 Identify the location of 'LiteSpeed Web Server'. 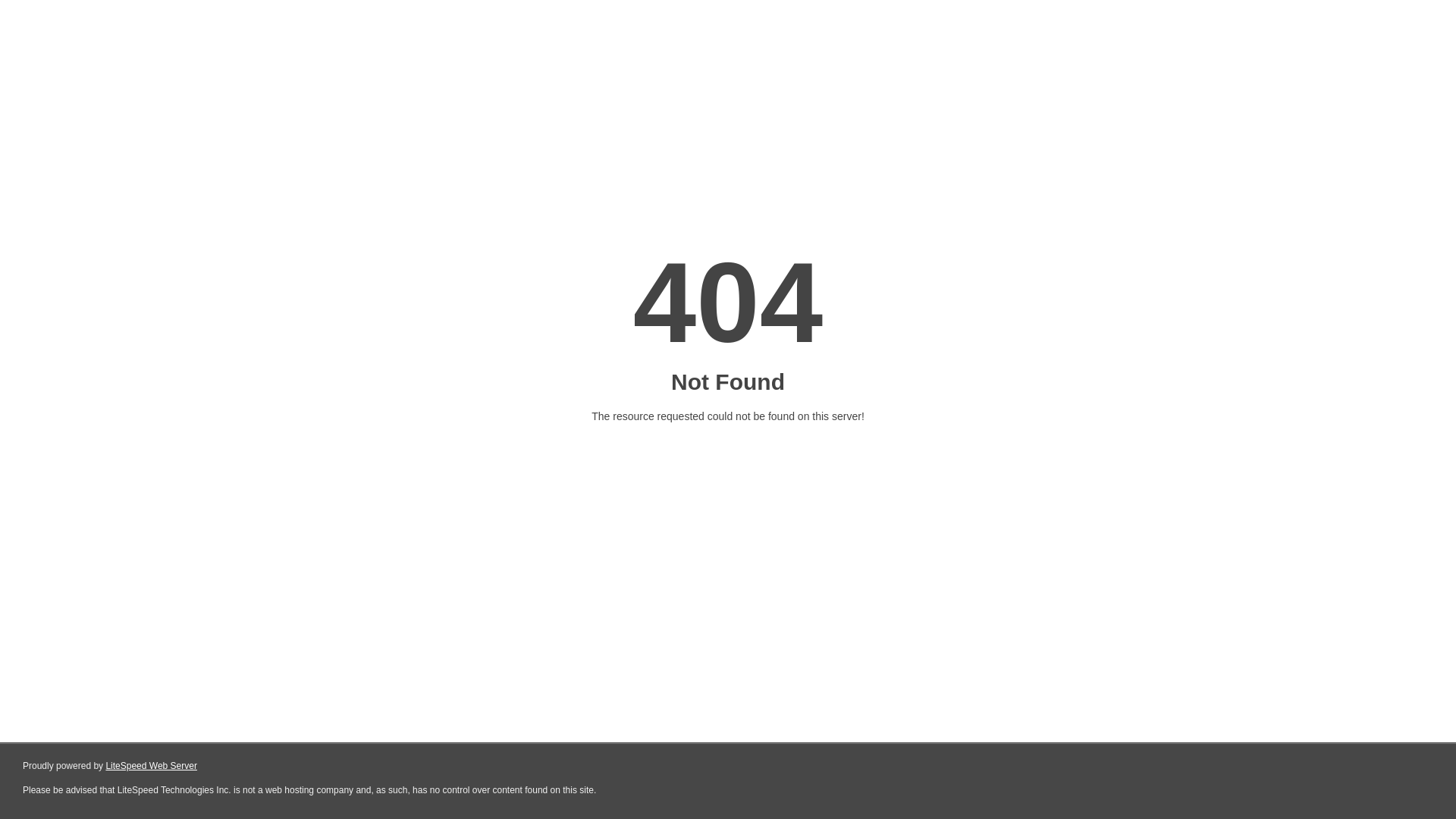
(151, 766).